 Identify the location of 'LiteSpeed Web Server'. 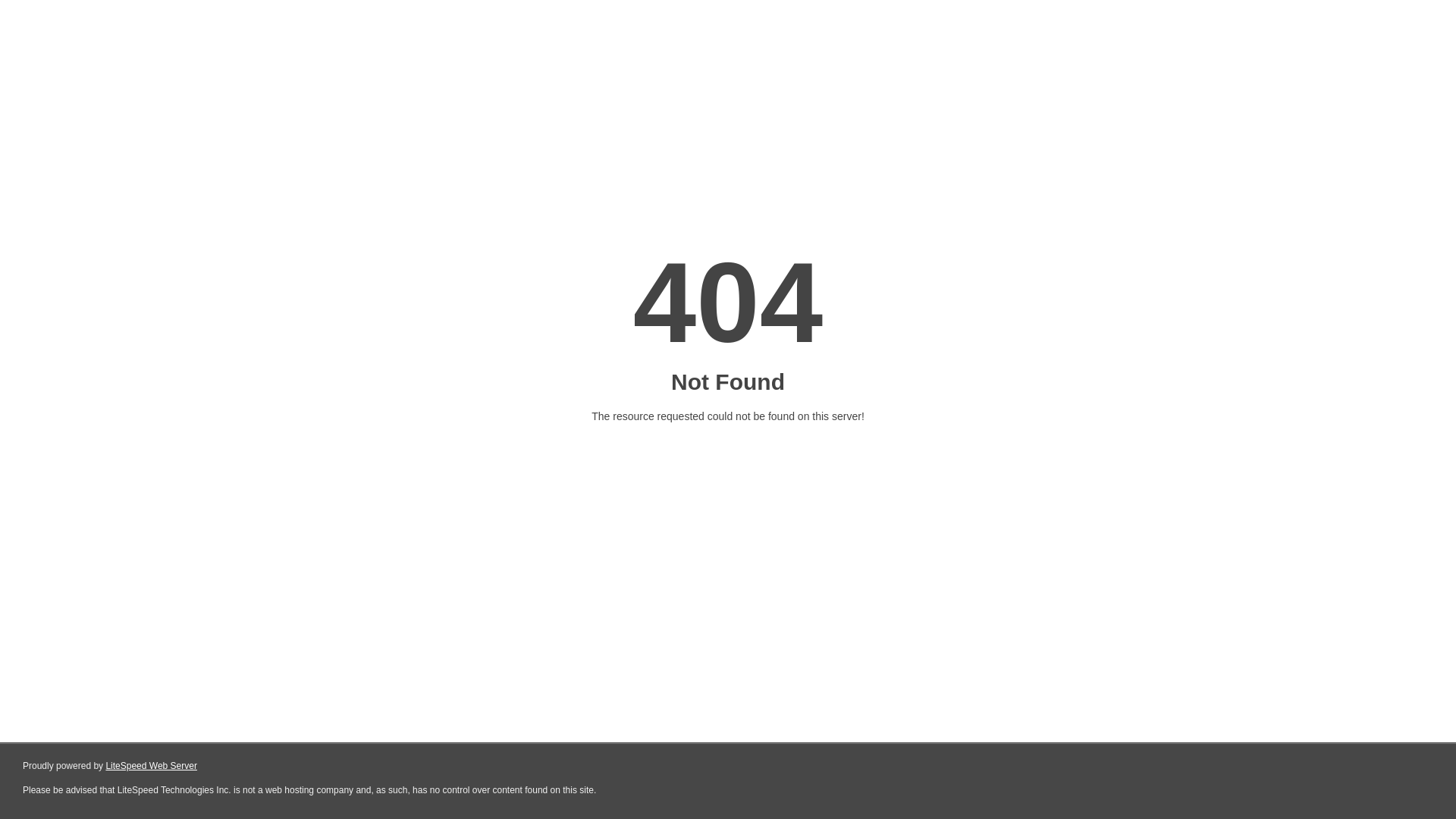
(151, 766).